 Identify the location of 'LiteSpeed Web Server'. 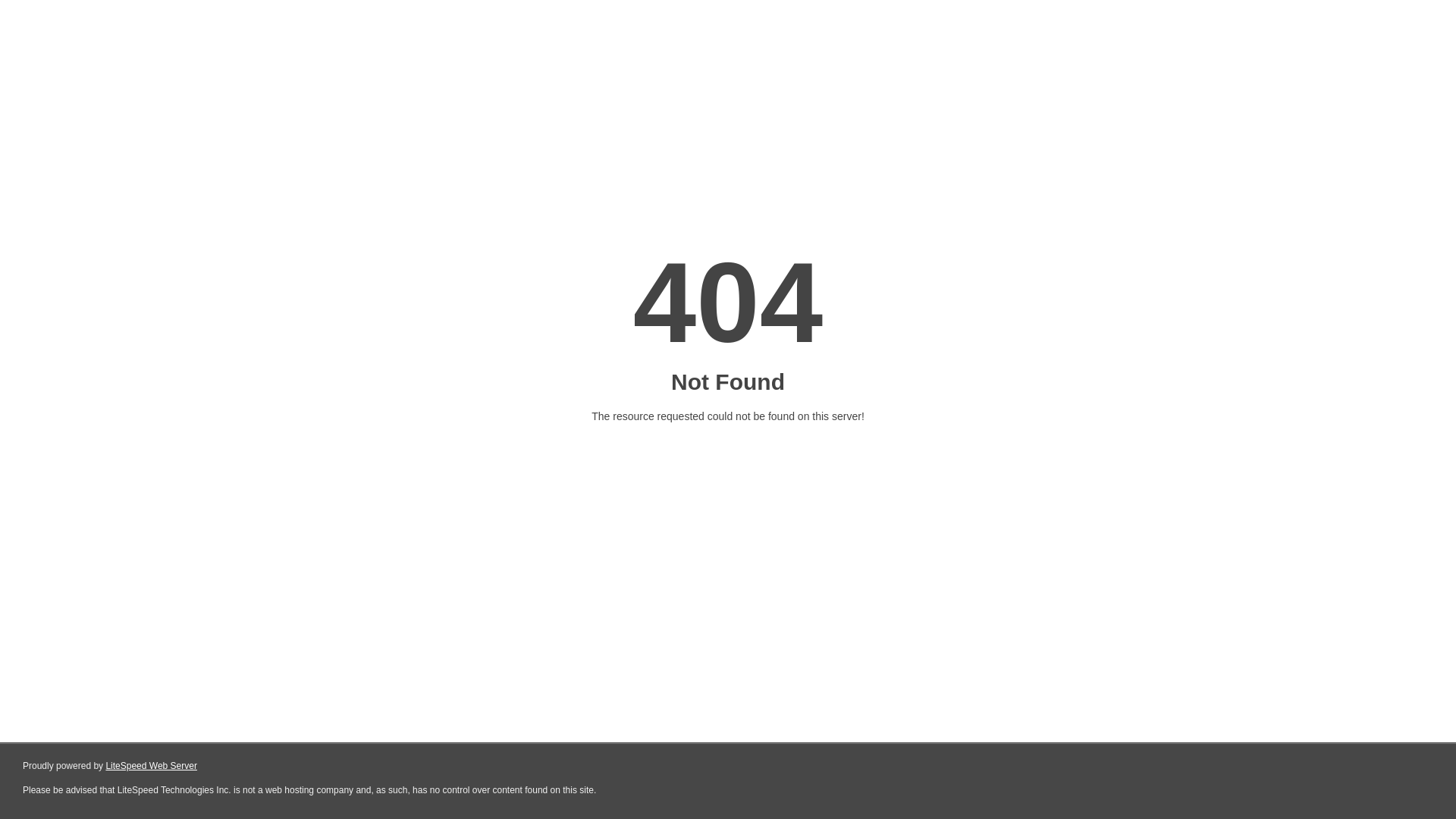
(151, 766).